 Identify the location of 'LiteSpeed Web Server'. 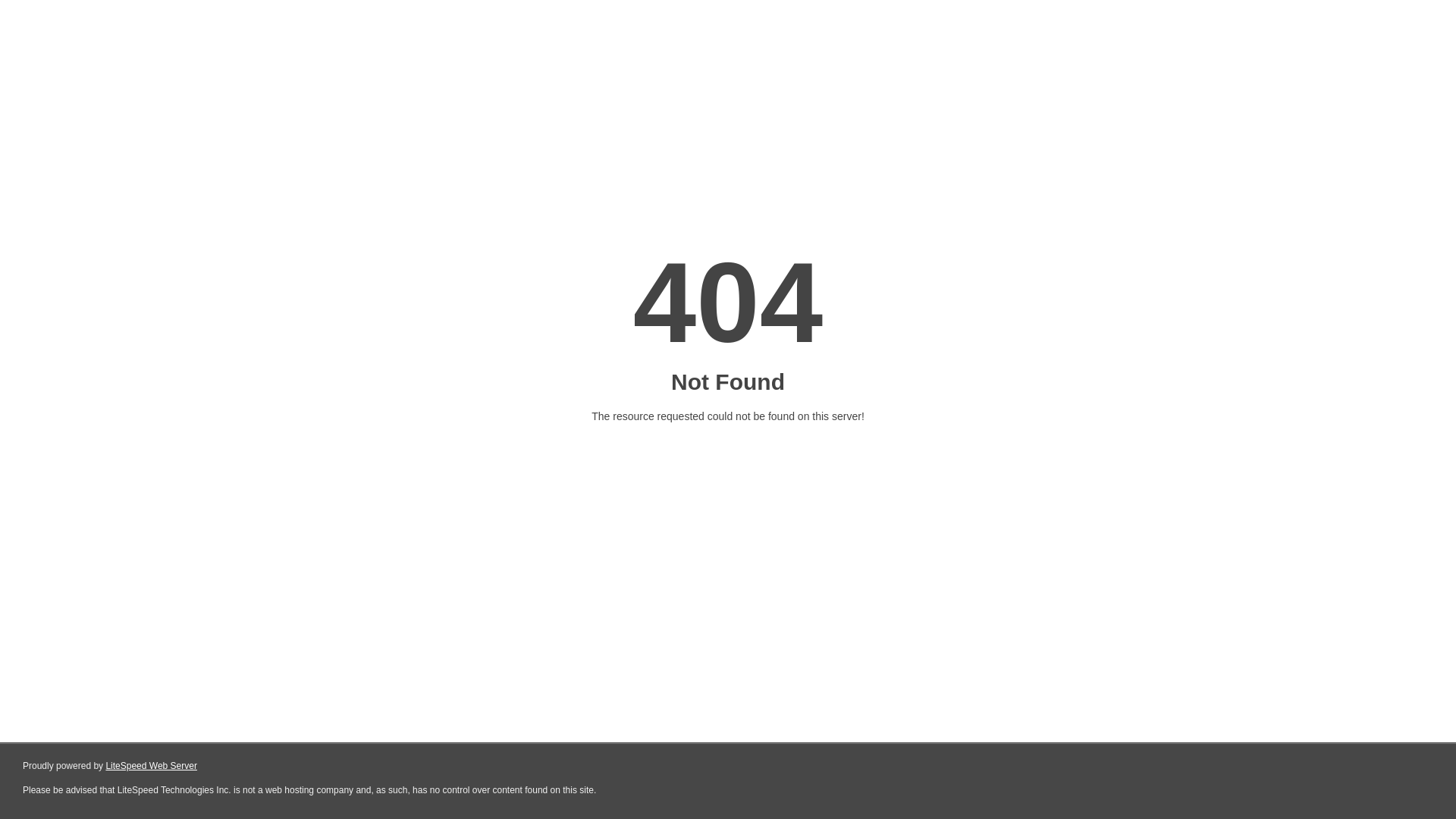
(151, 766).